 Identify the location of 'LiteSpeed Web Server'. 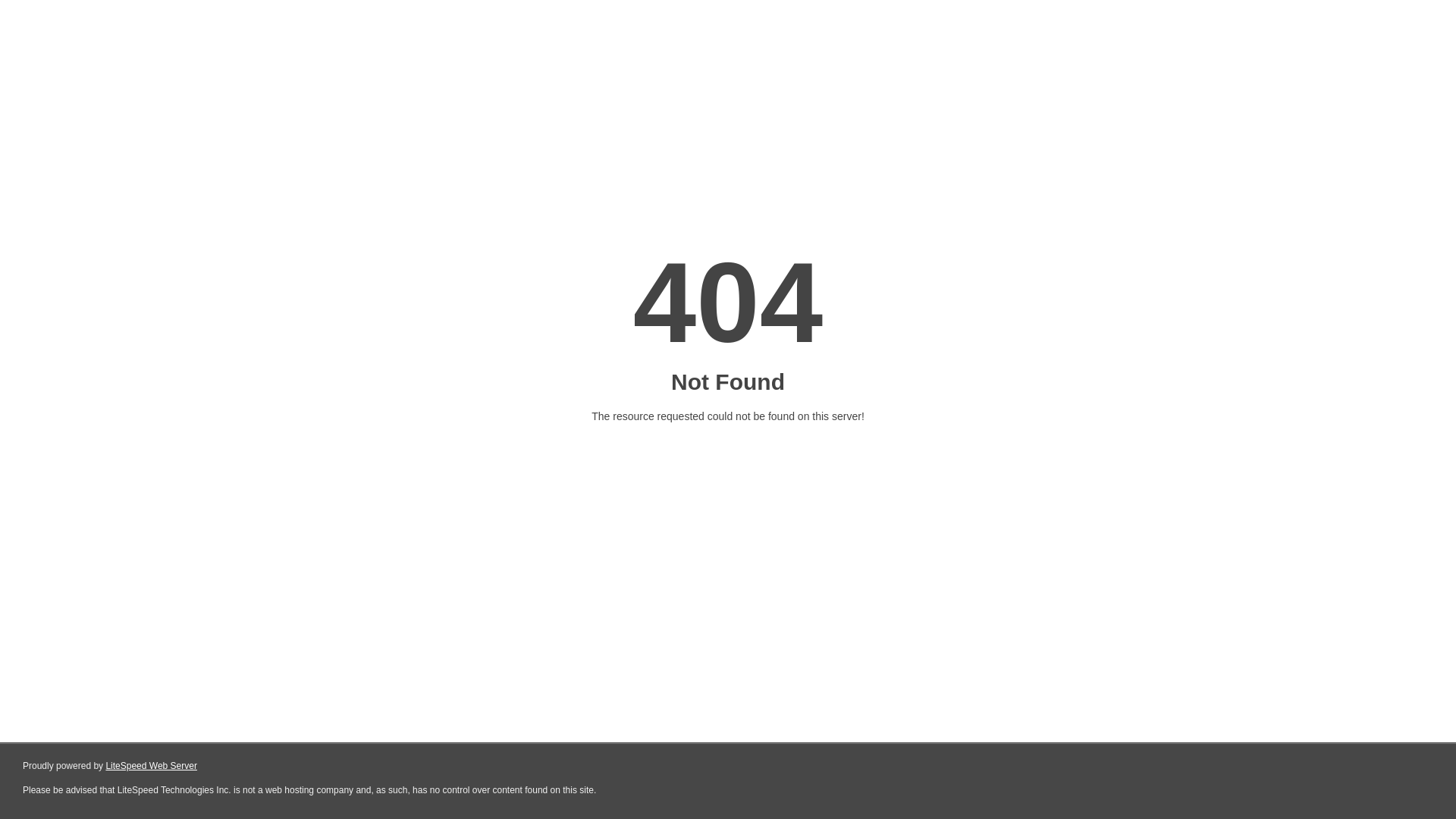
(151, 766).